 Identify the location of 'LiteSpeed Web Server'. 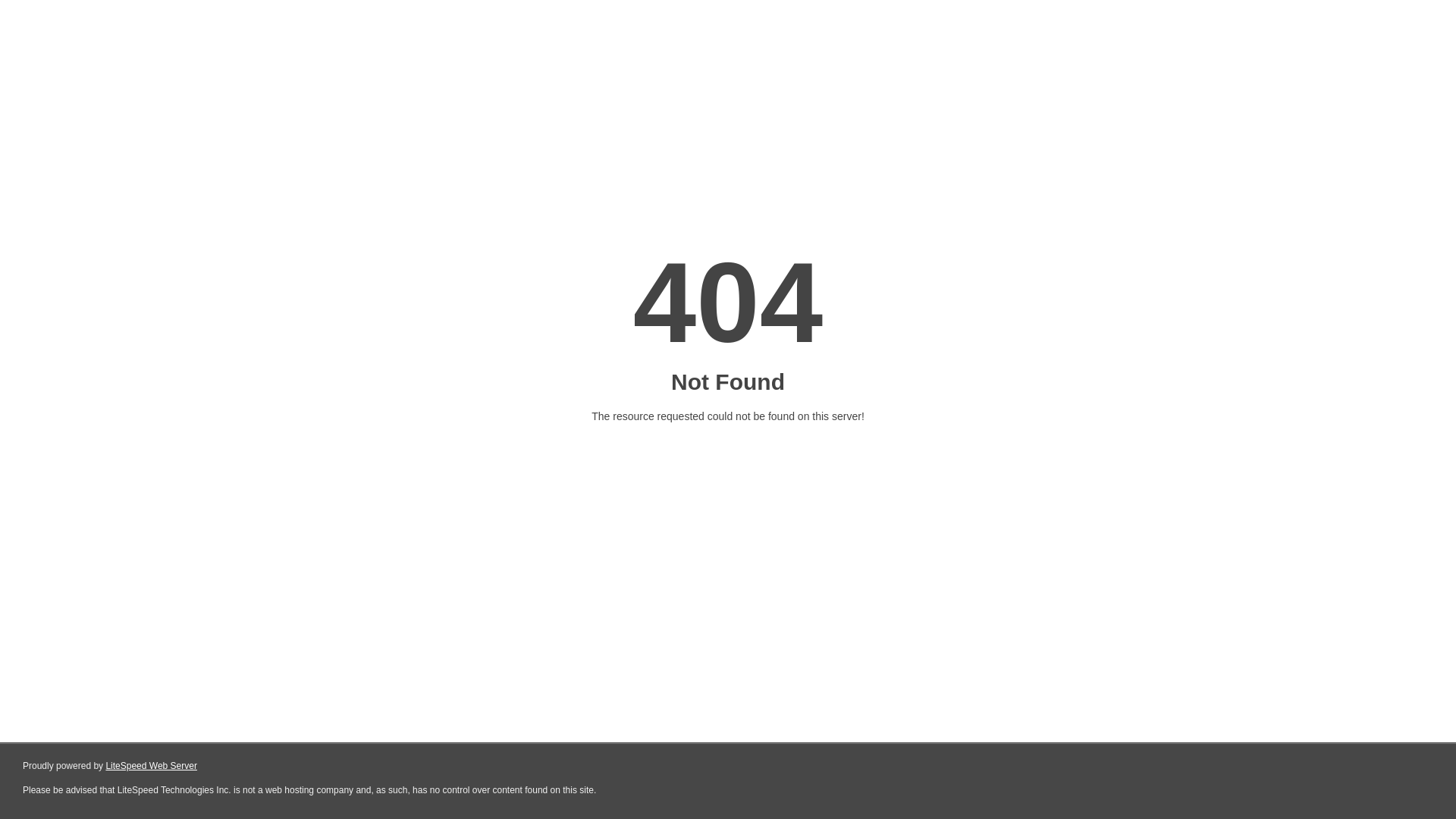
(151, 766).